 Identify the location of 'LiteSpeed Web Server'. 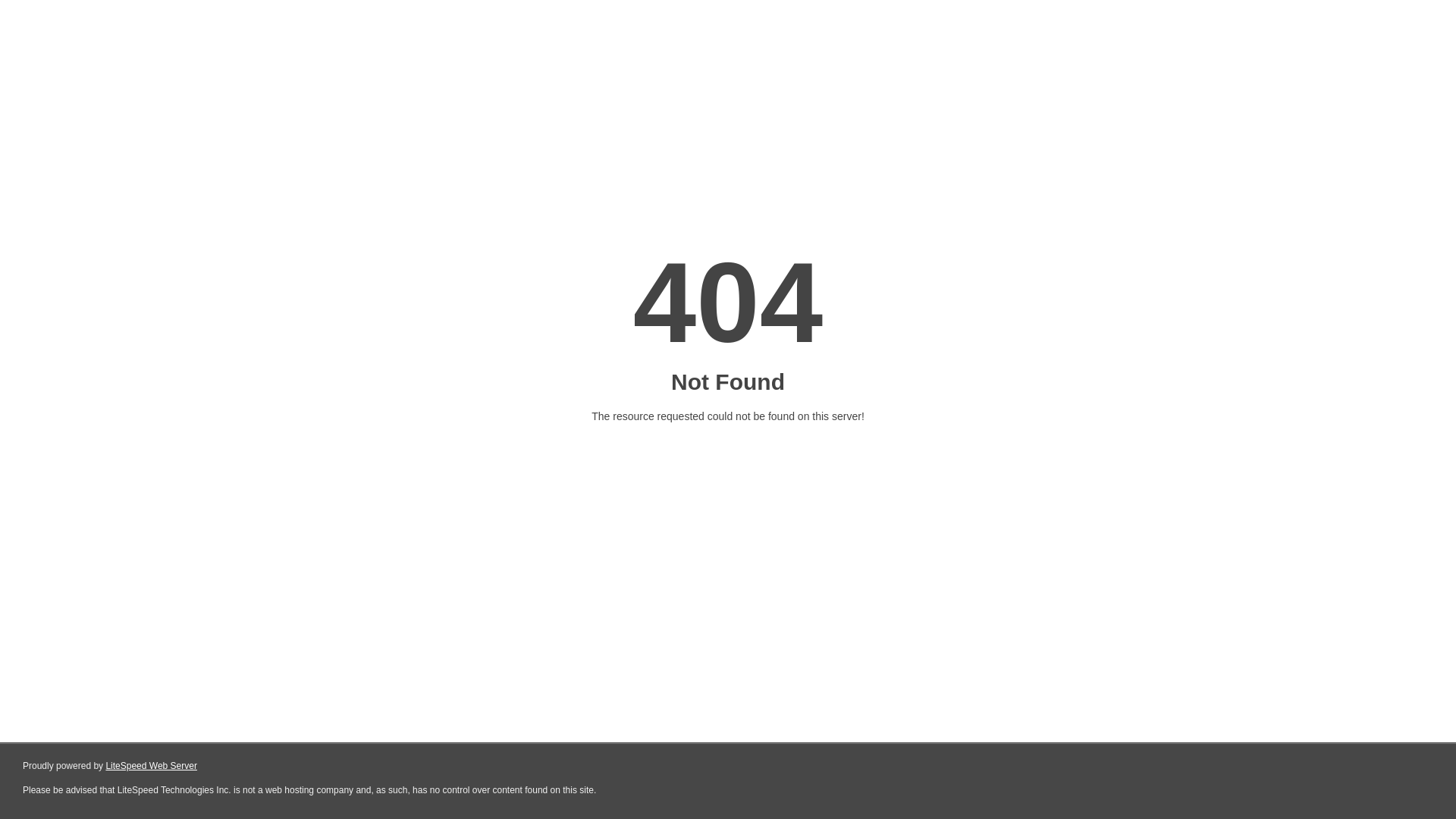
(151, 766).